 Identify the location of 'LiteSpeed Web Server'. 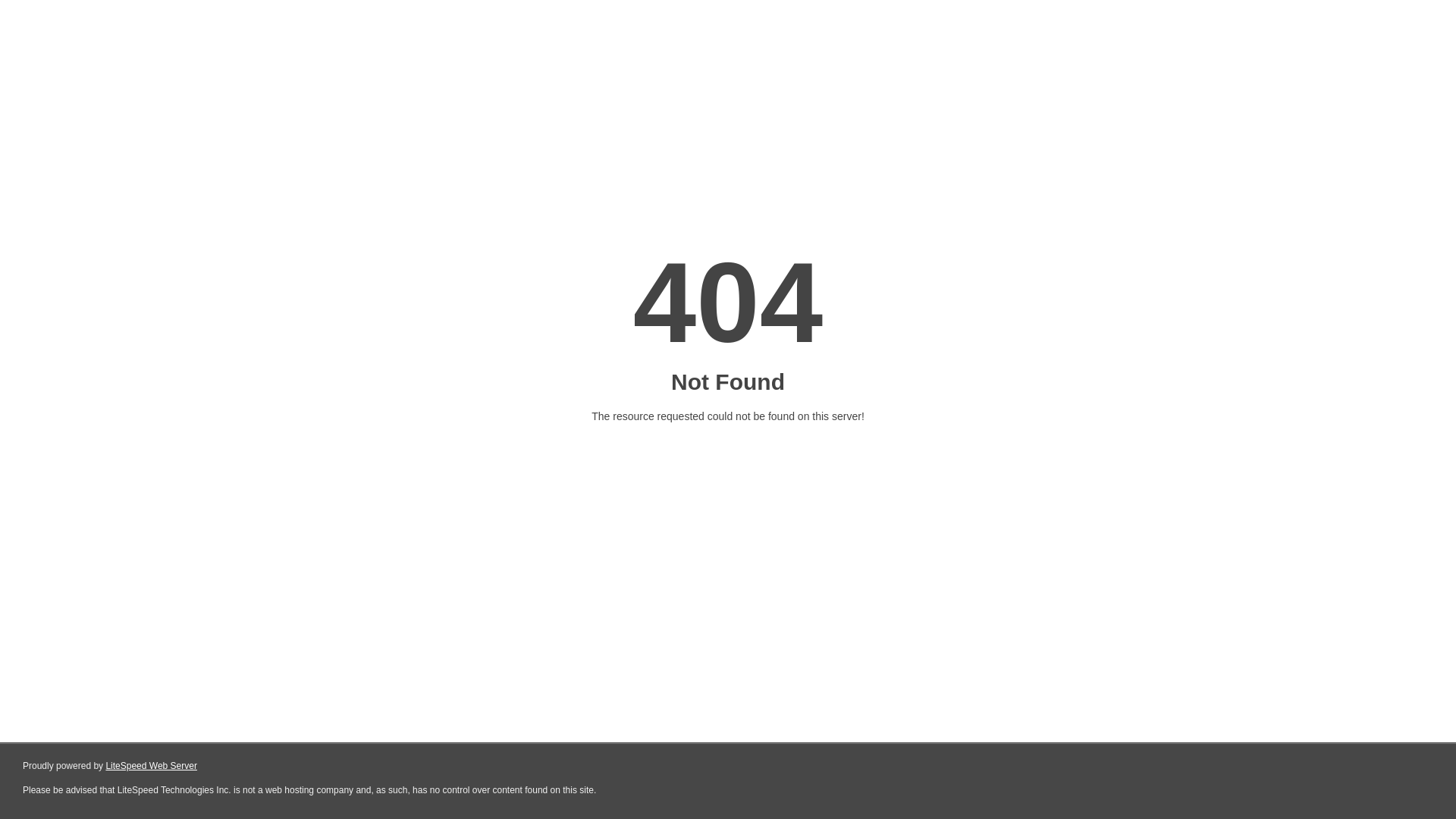
(151, 766).